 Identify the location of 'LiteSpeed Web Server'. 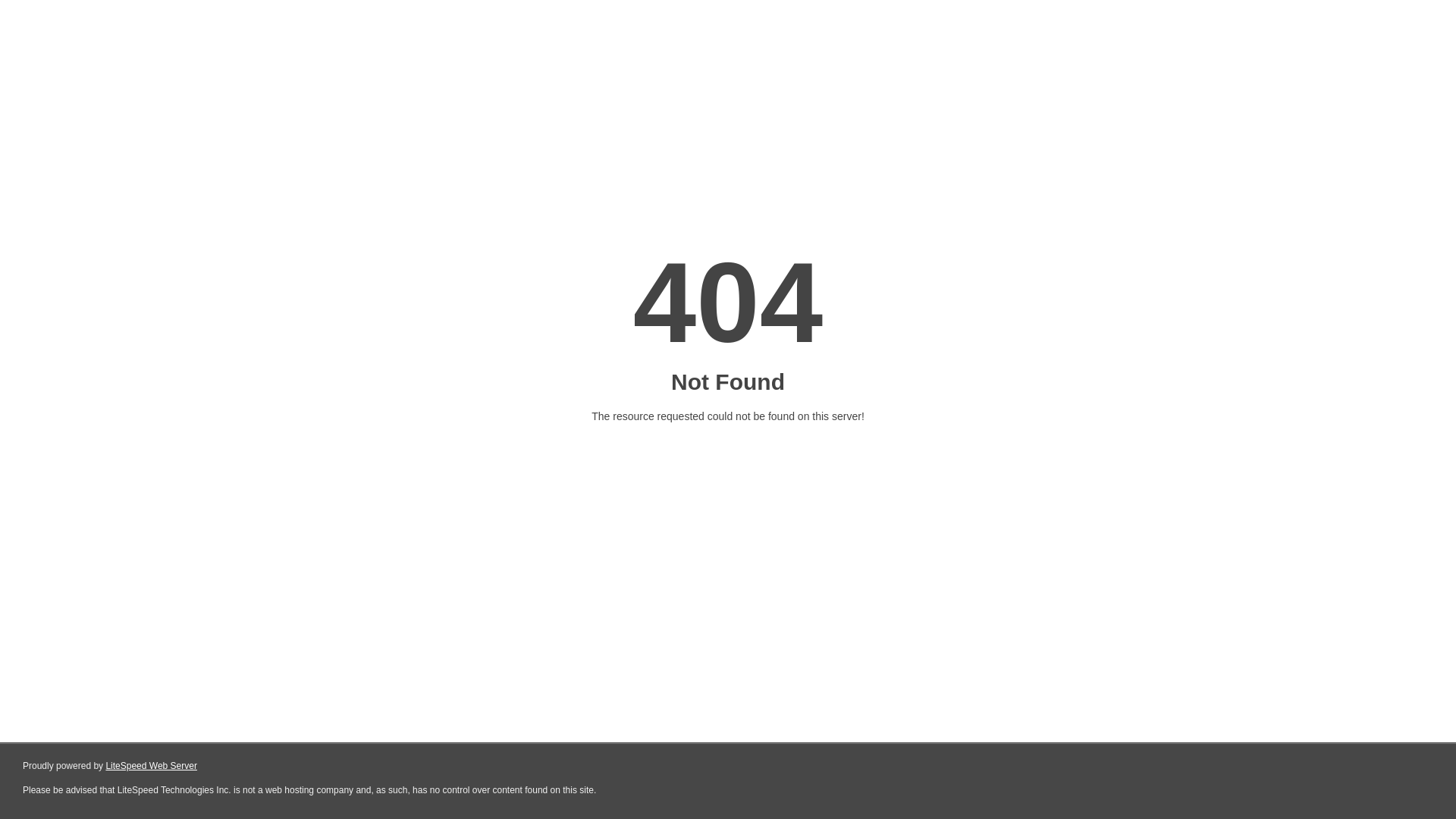
(151, 766).